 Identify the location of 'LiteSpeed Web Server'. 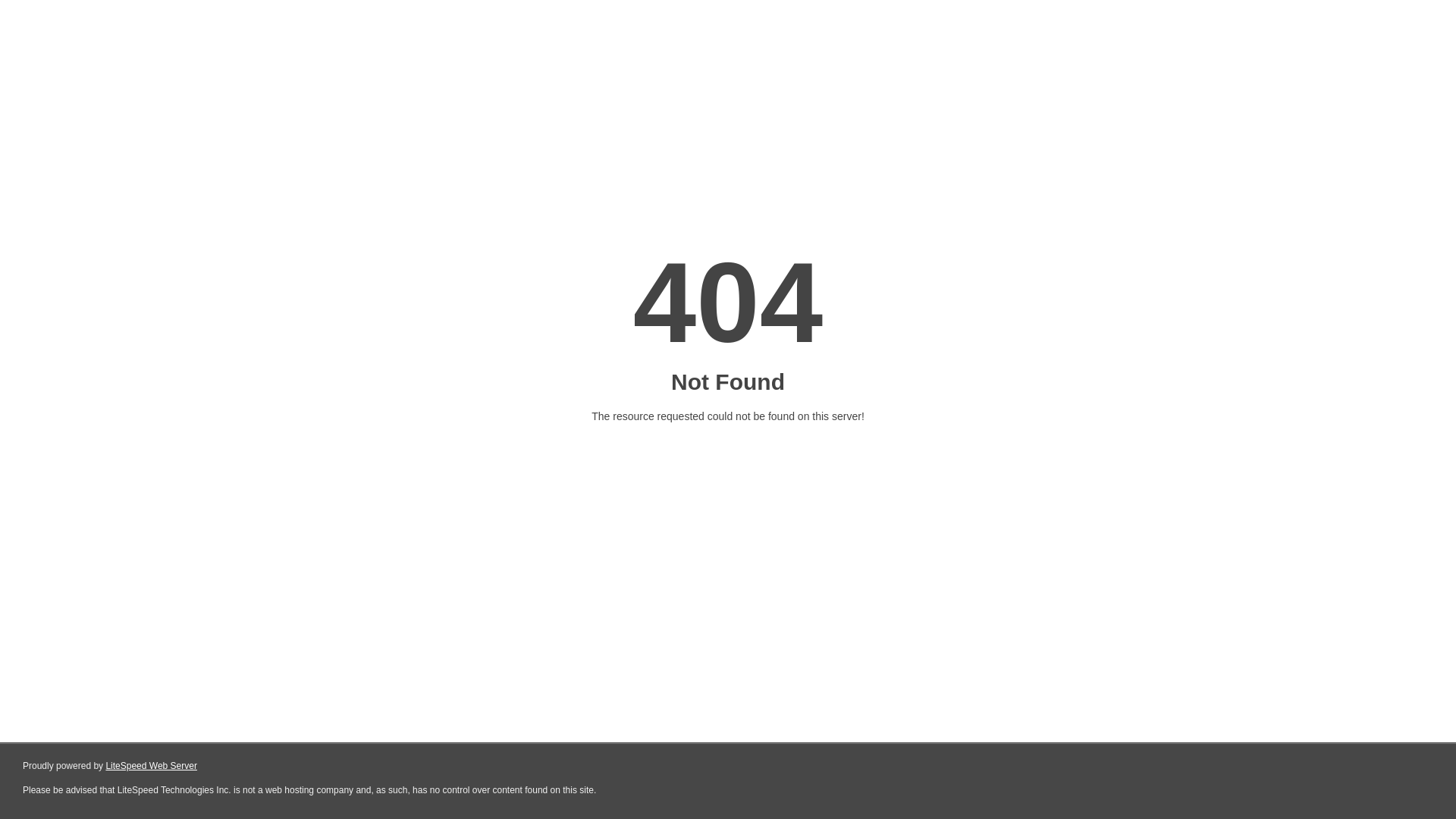
(151, 766).